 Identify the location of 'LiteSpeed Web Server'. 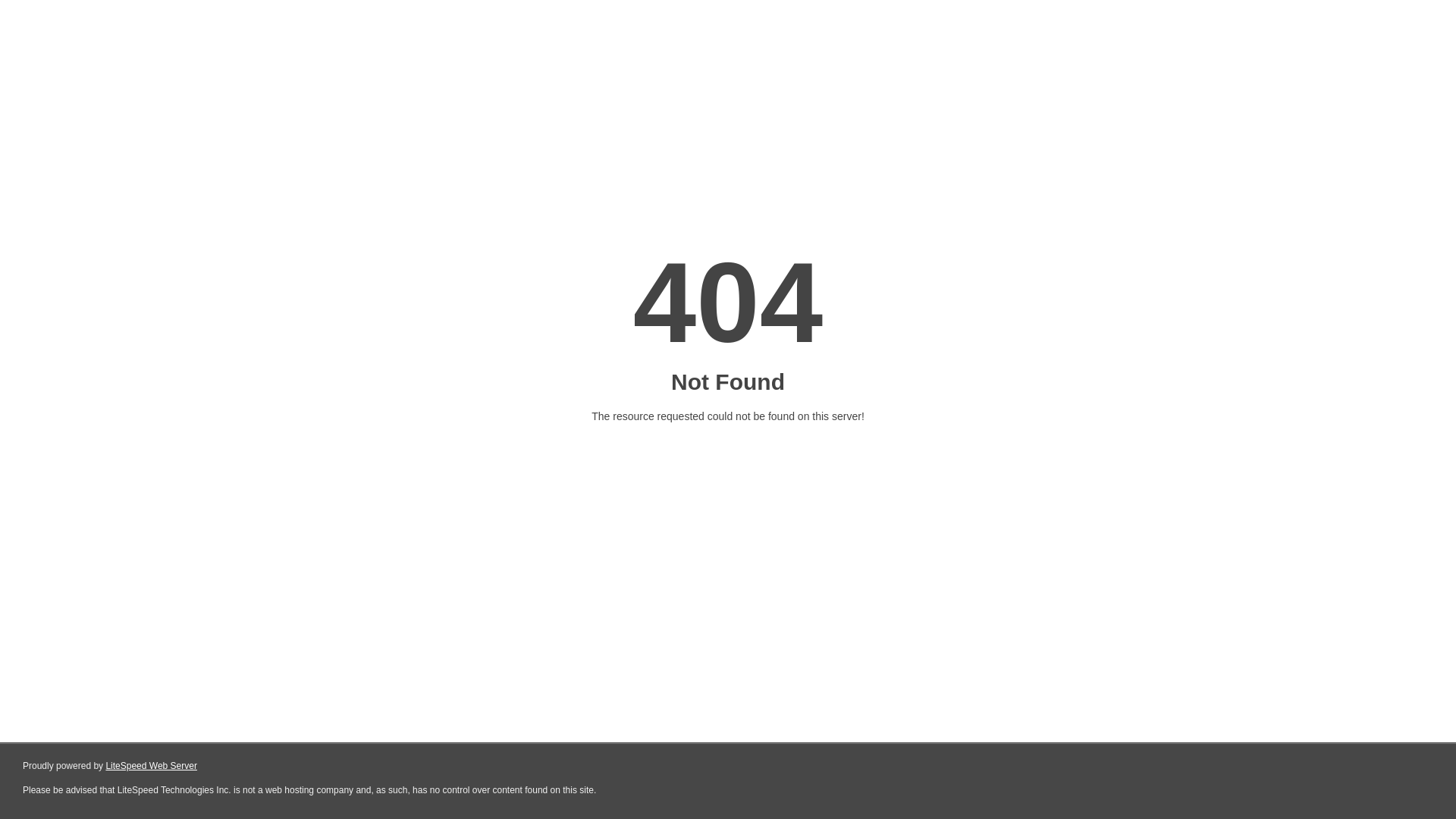
(151, 766).